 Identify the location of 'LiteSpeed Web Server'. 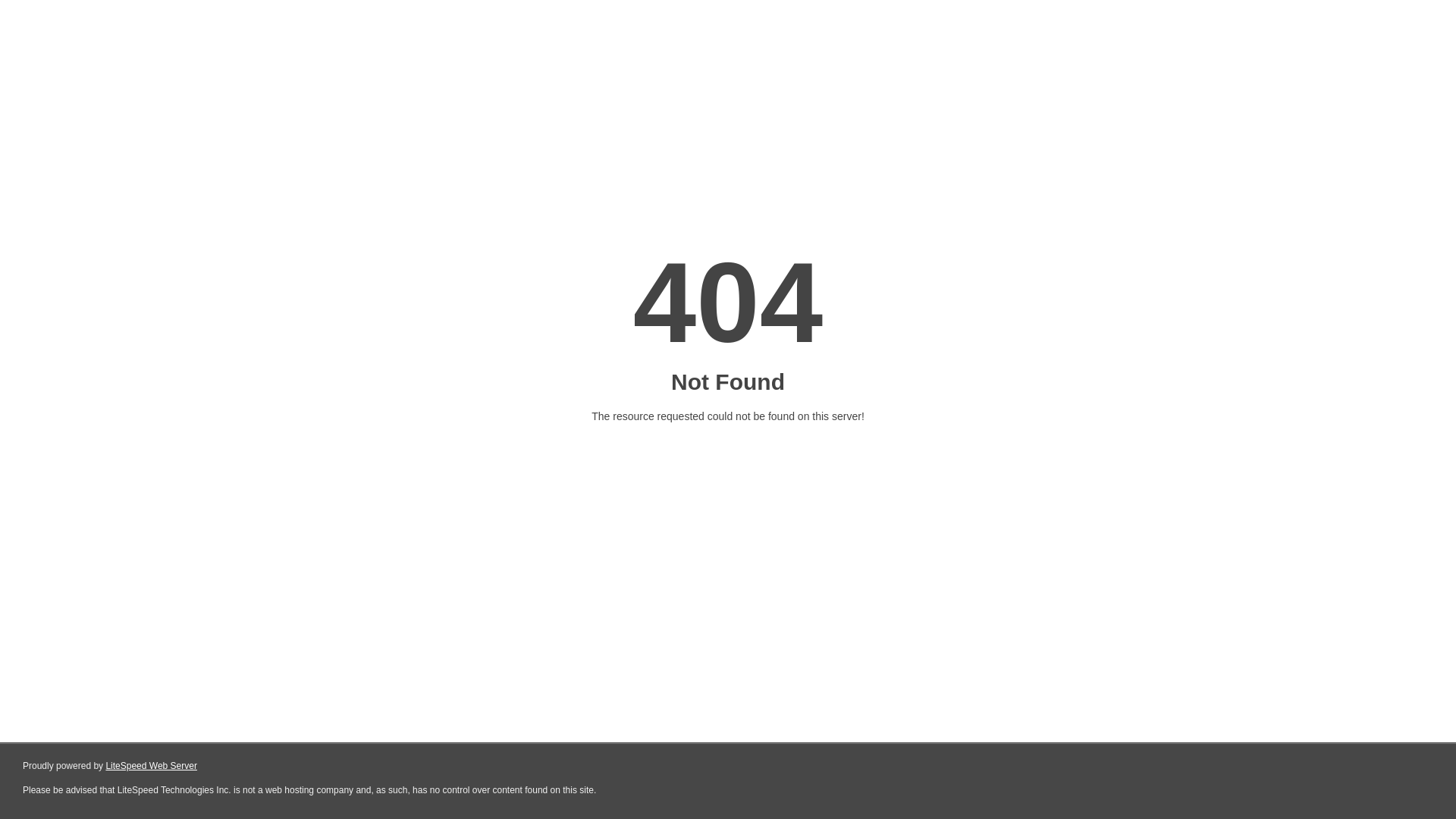
(151, 766).